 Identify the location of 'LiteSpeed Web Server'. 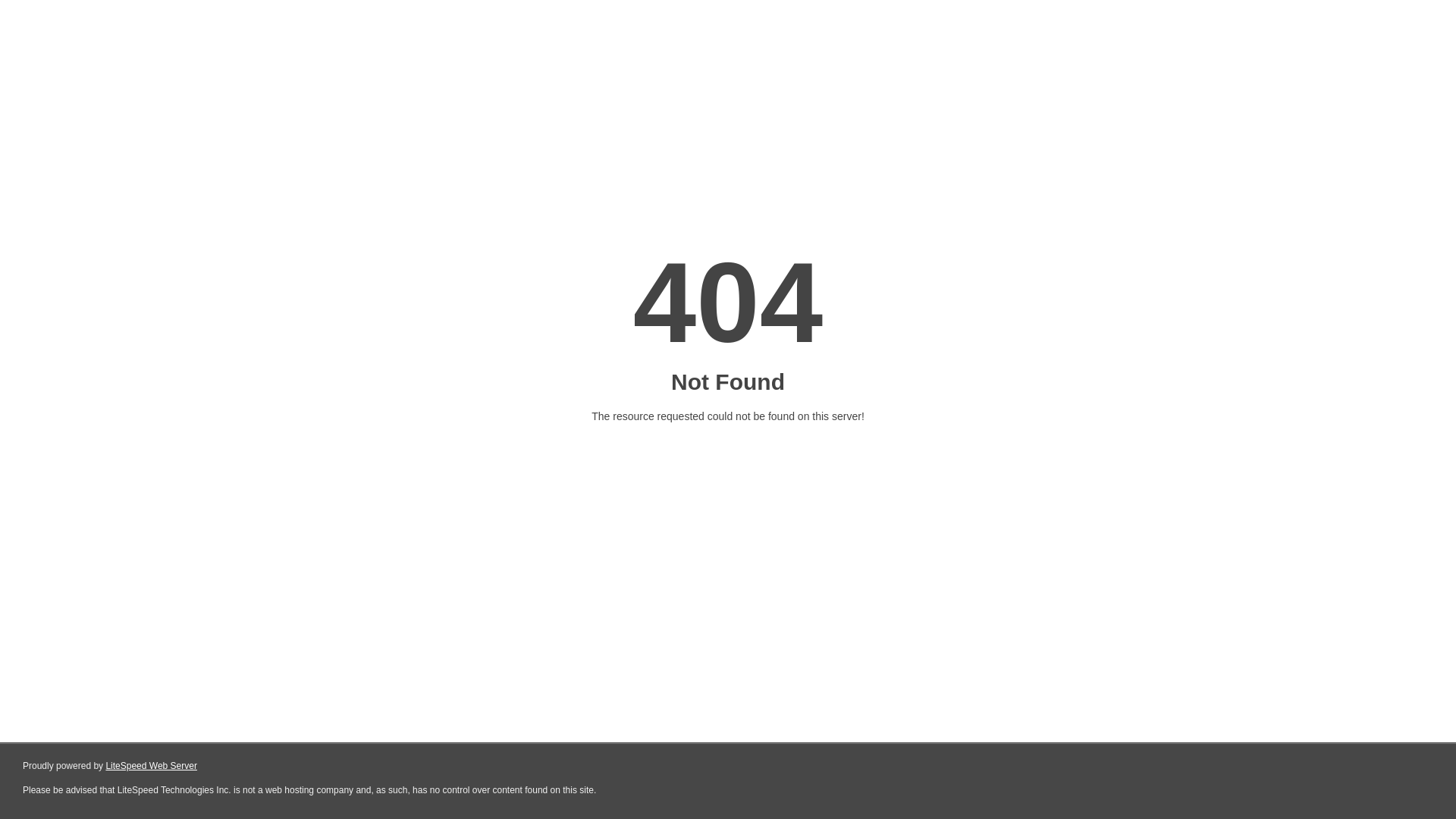
(151, 766).